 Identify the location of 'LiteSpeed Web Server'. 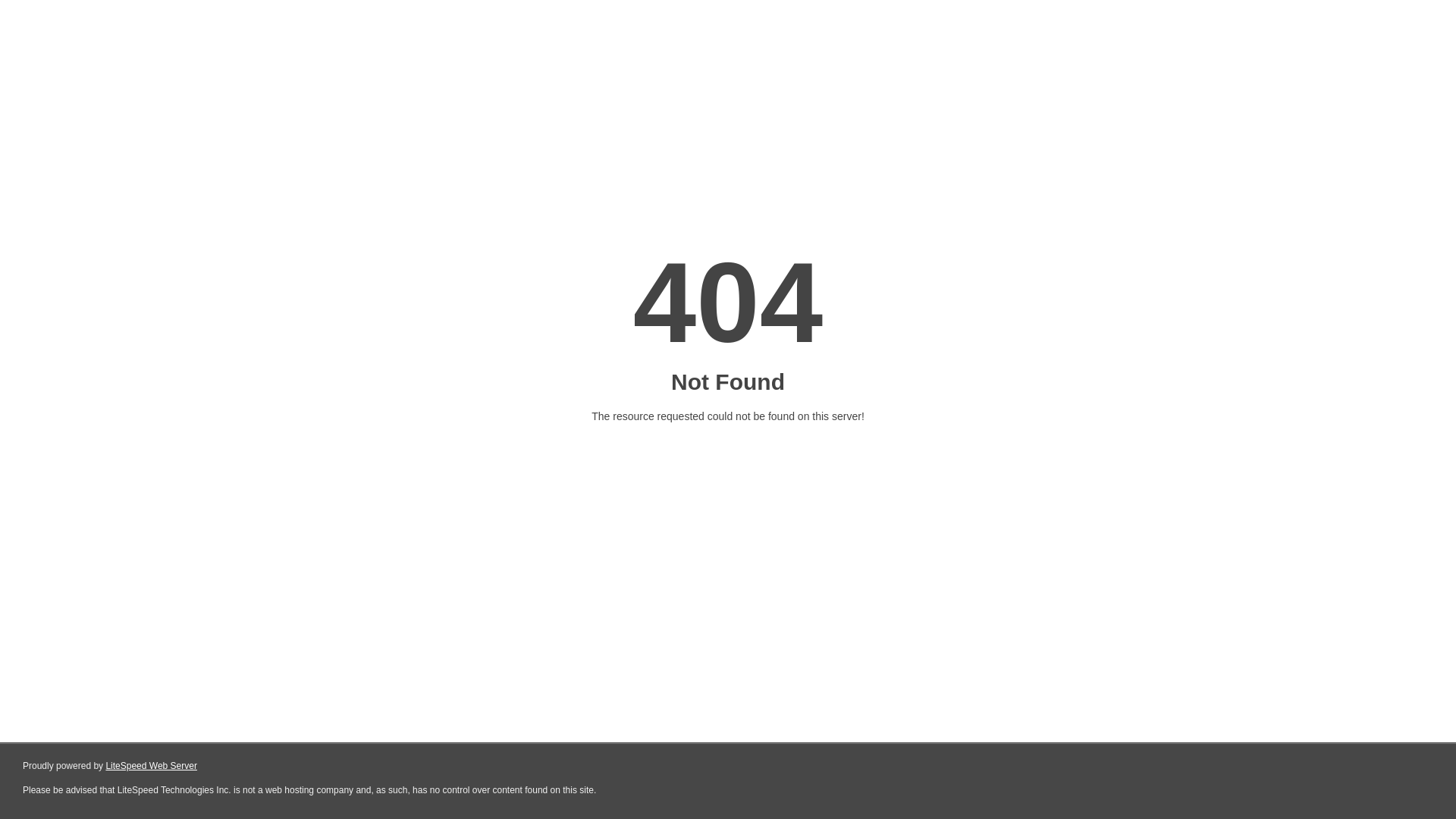
(151, 766).